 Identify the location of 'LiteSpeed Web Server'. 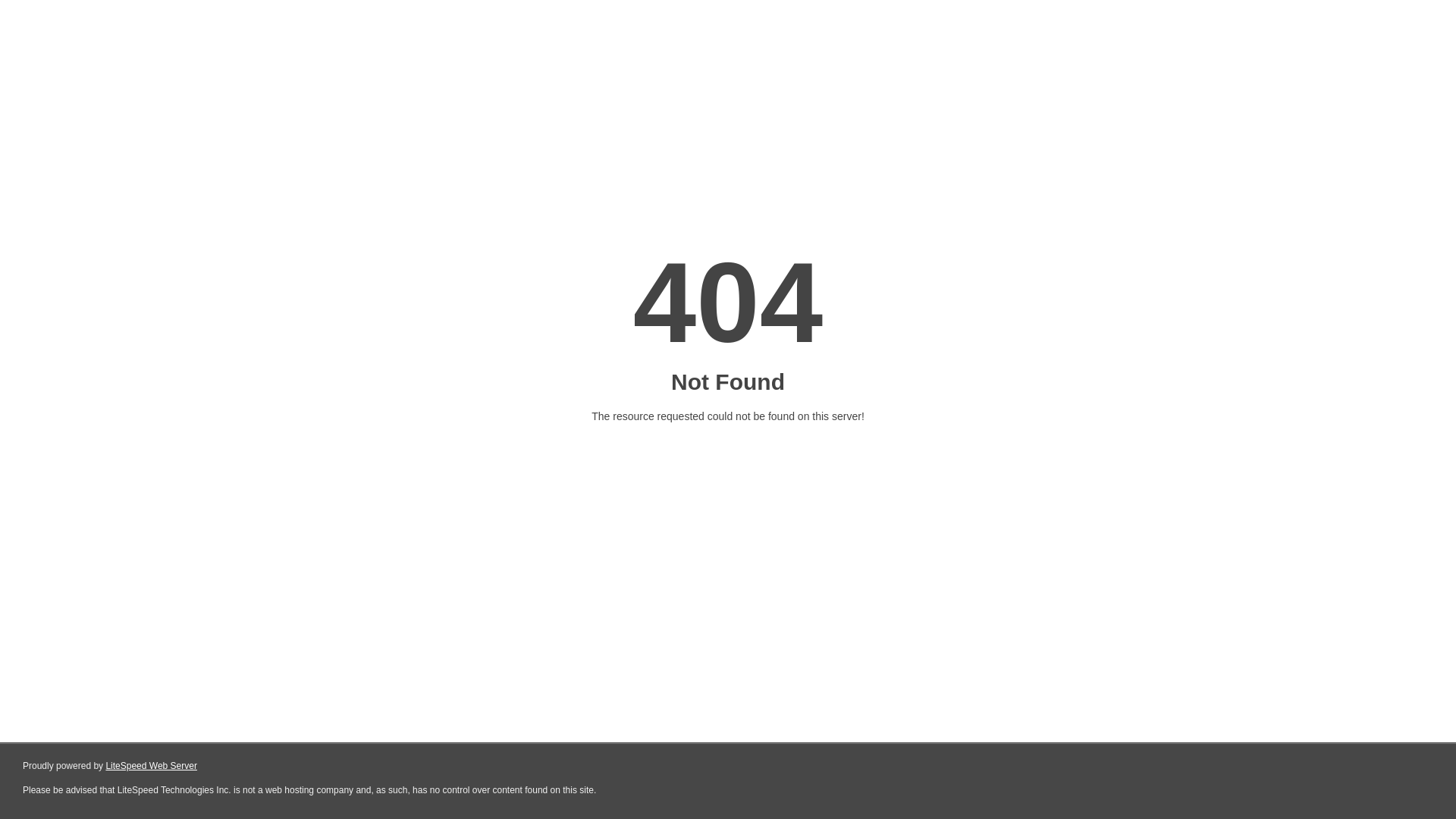
(151, 766).